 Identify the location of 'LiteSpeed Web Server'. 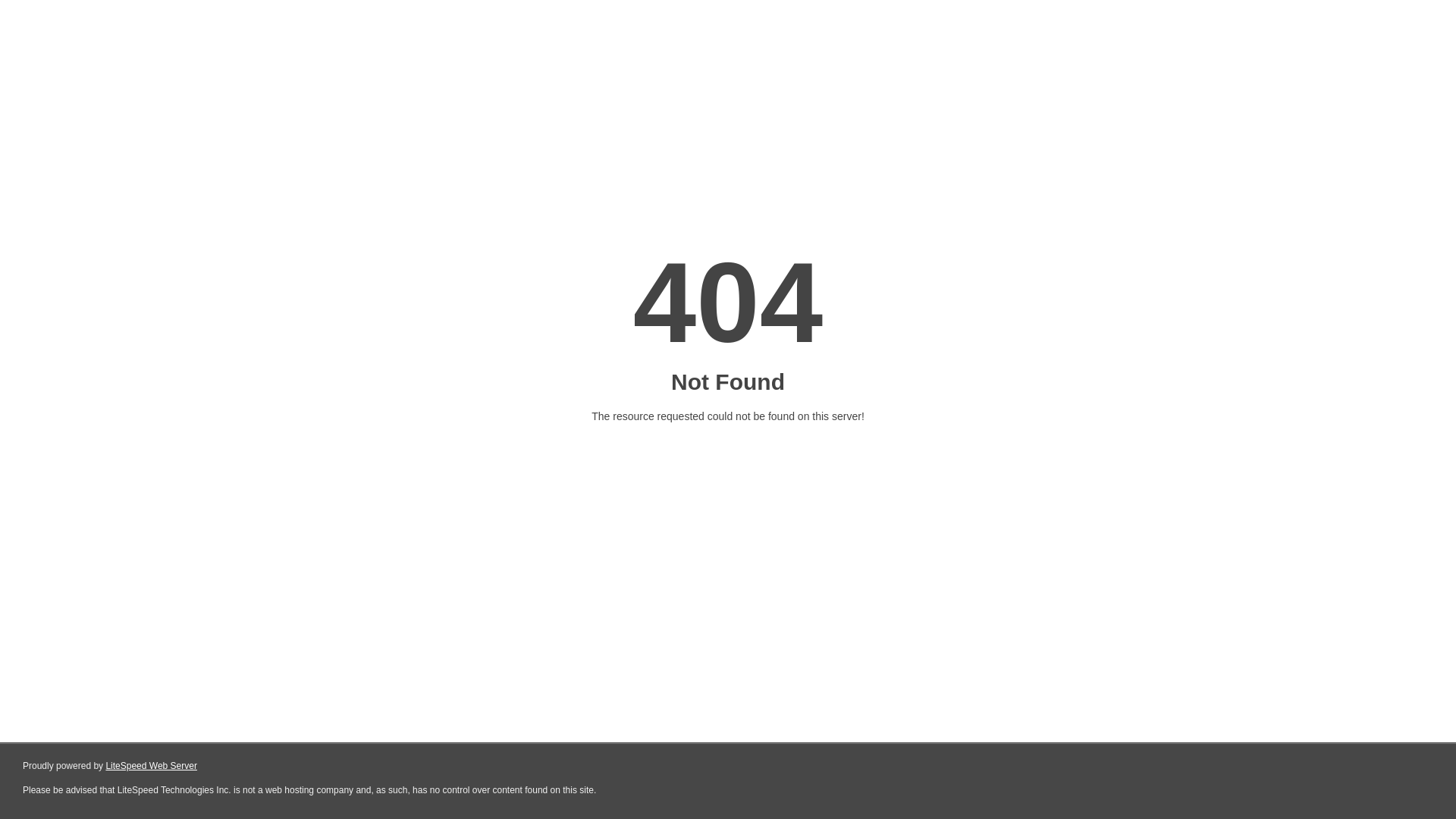
(151, 766).